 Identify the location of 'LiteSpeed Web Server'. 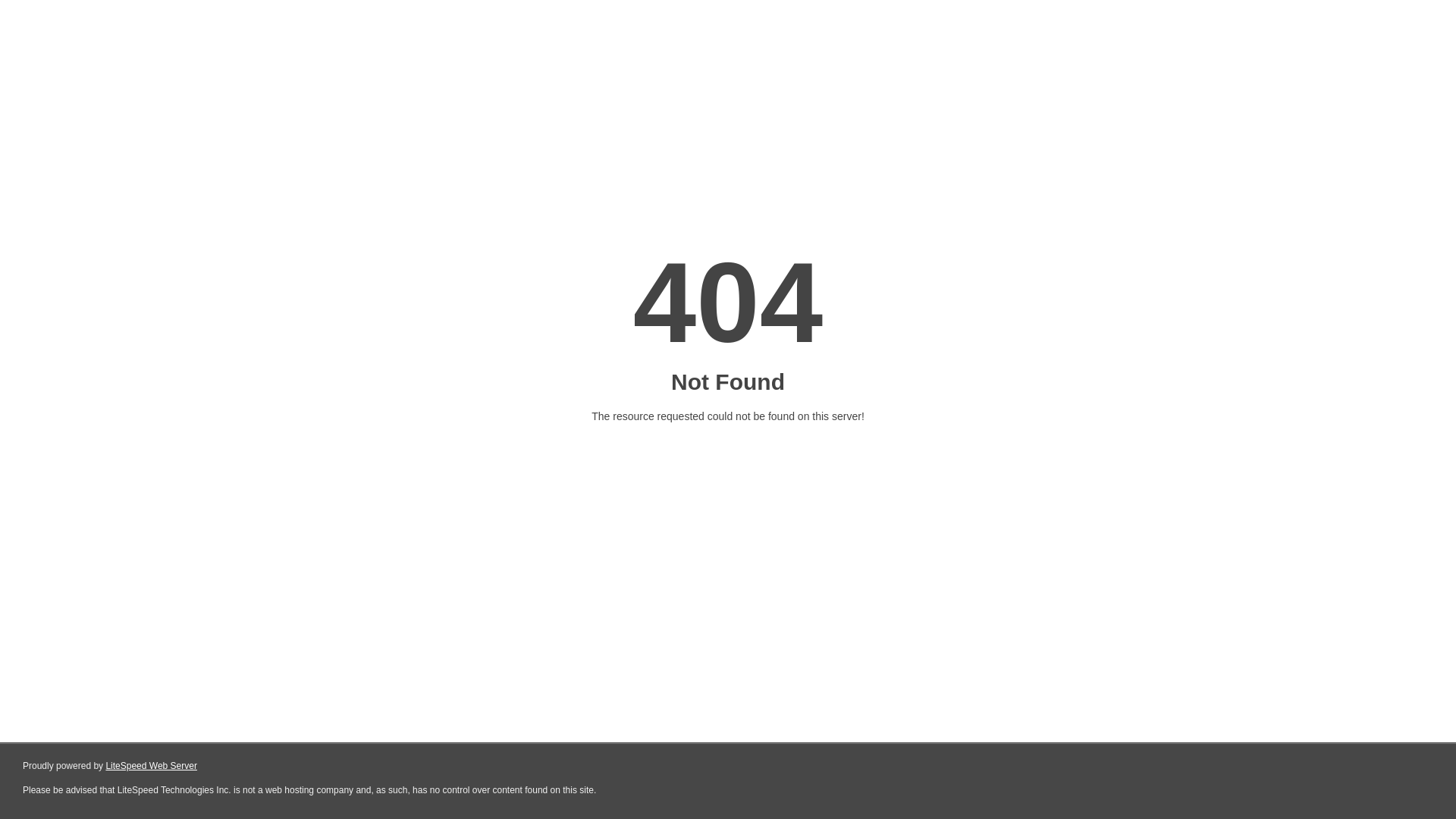
(151, 766).